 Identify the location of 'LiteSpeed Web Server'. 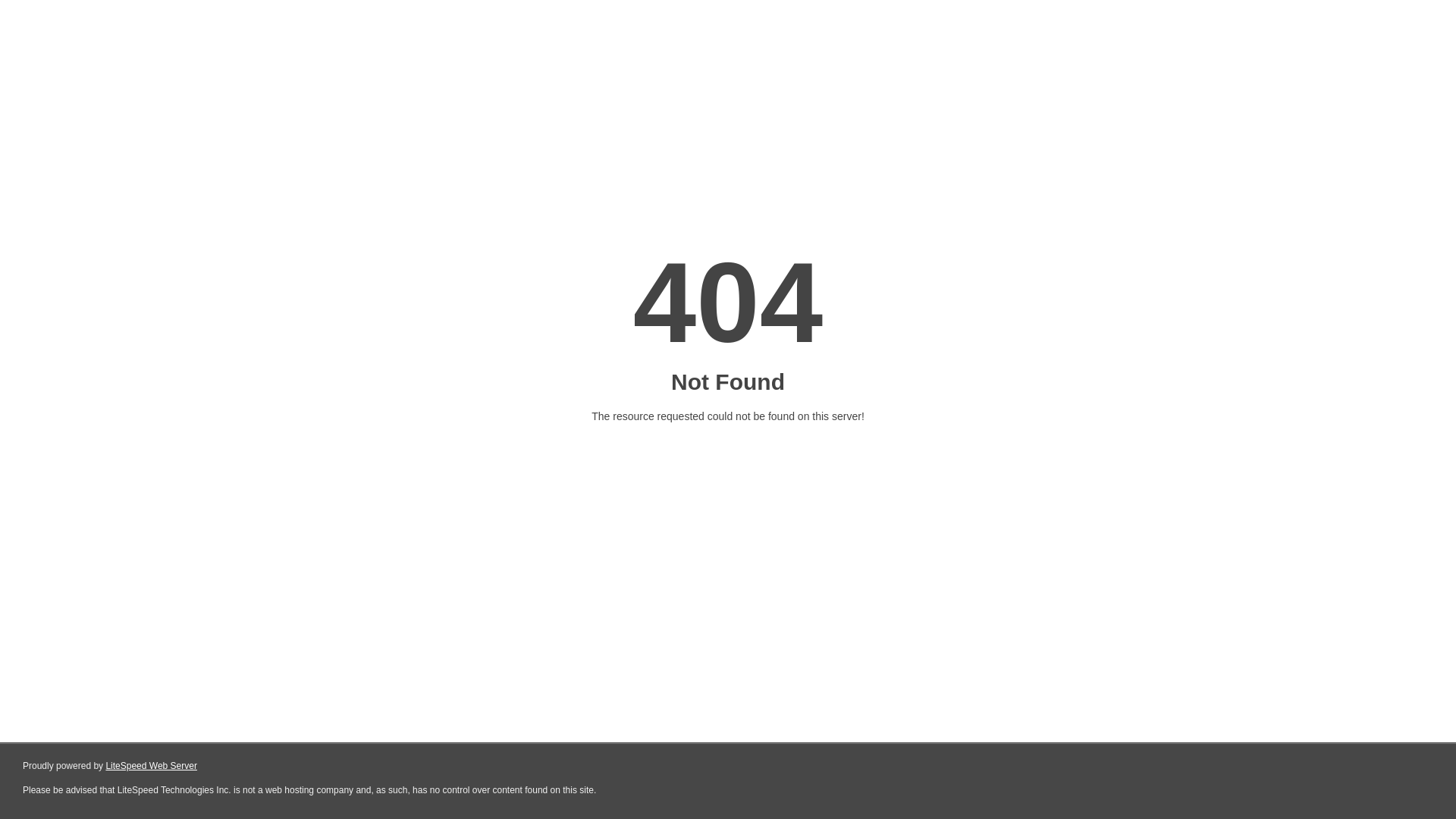
(151, 766).